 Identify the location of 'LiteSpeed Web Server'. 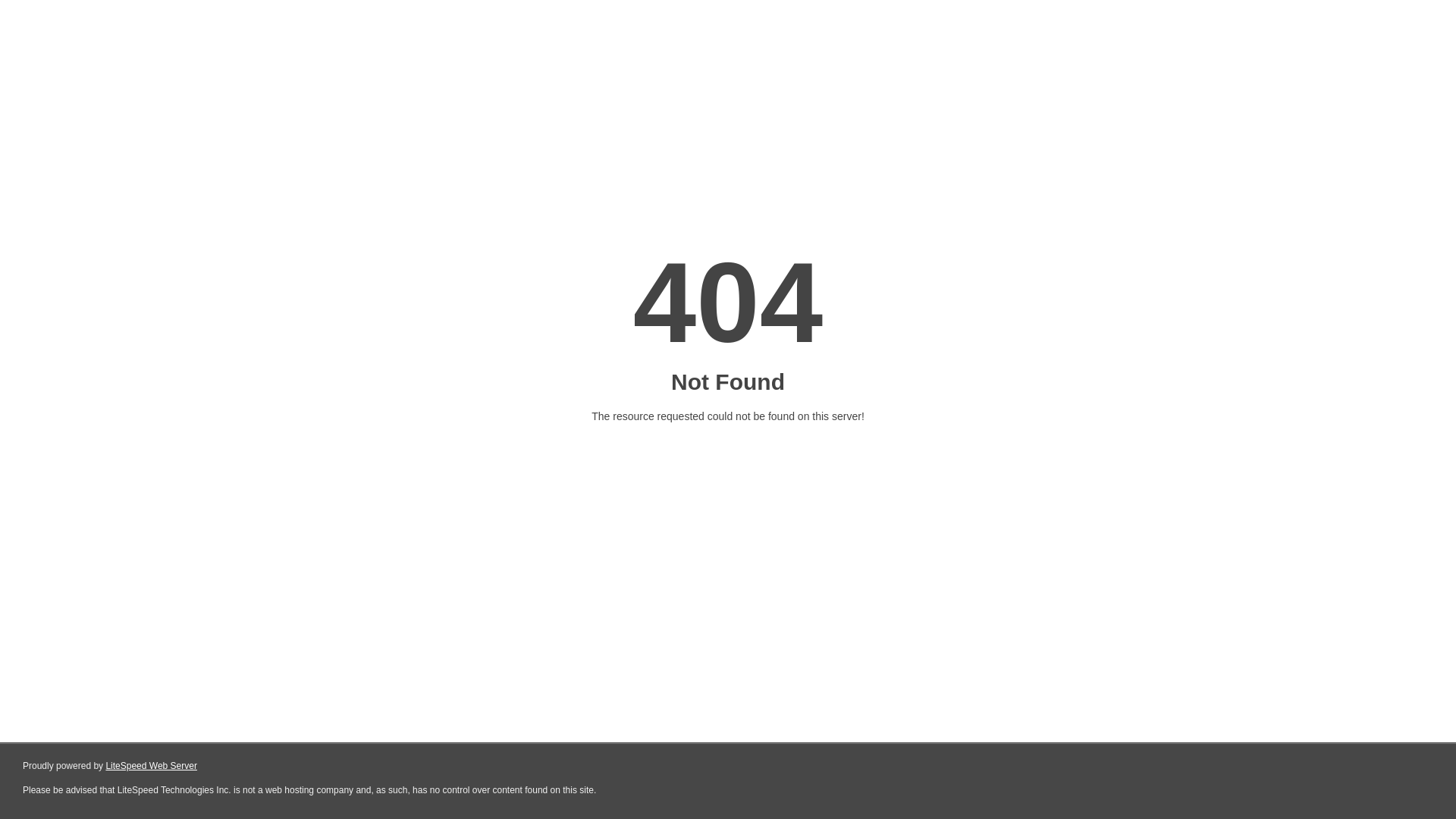
(151, 766).